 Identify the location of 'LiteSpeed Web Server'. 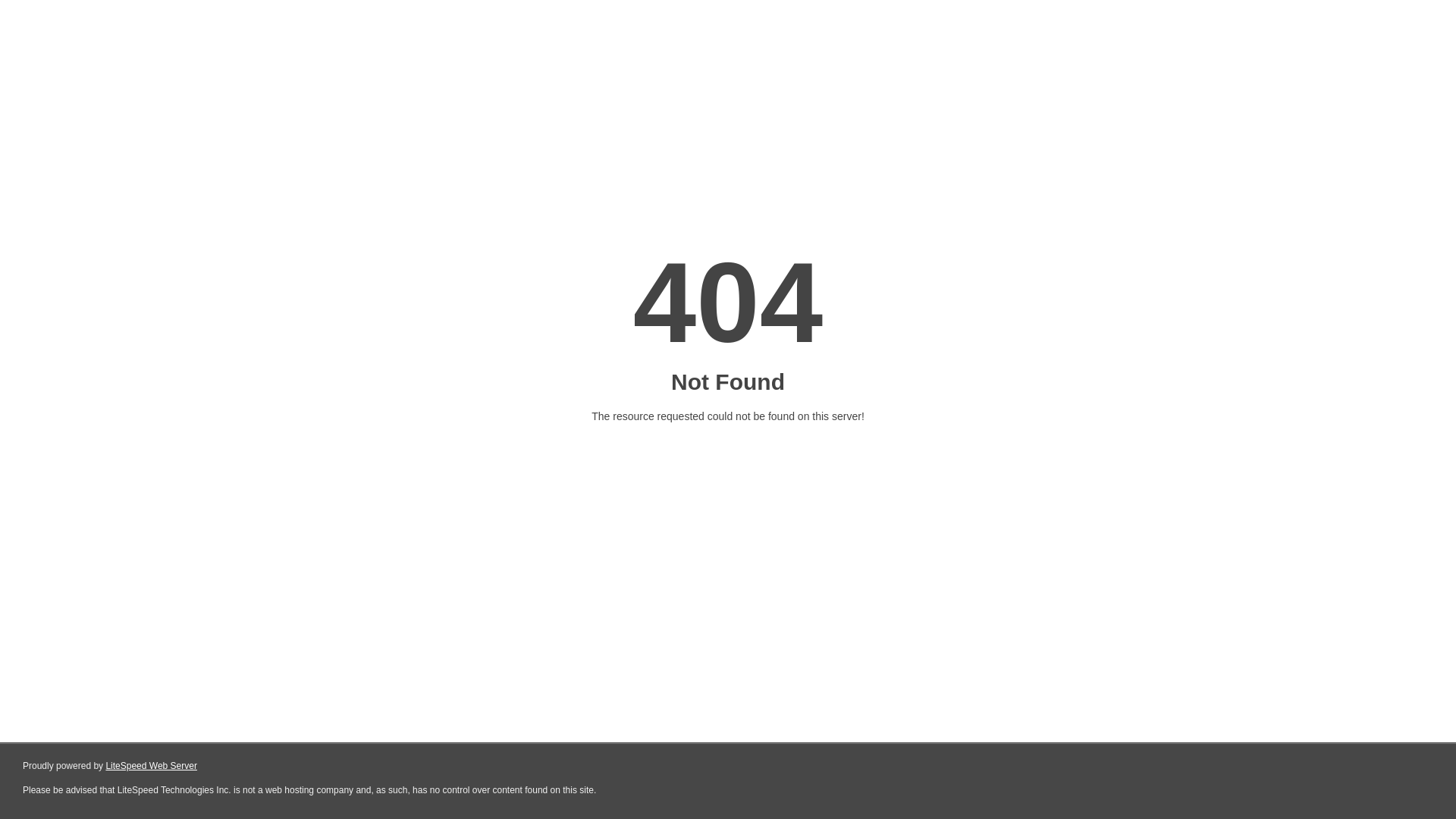
(151, 766).